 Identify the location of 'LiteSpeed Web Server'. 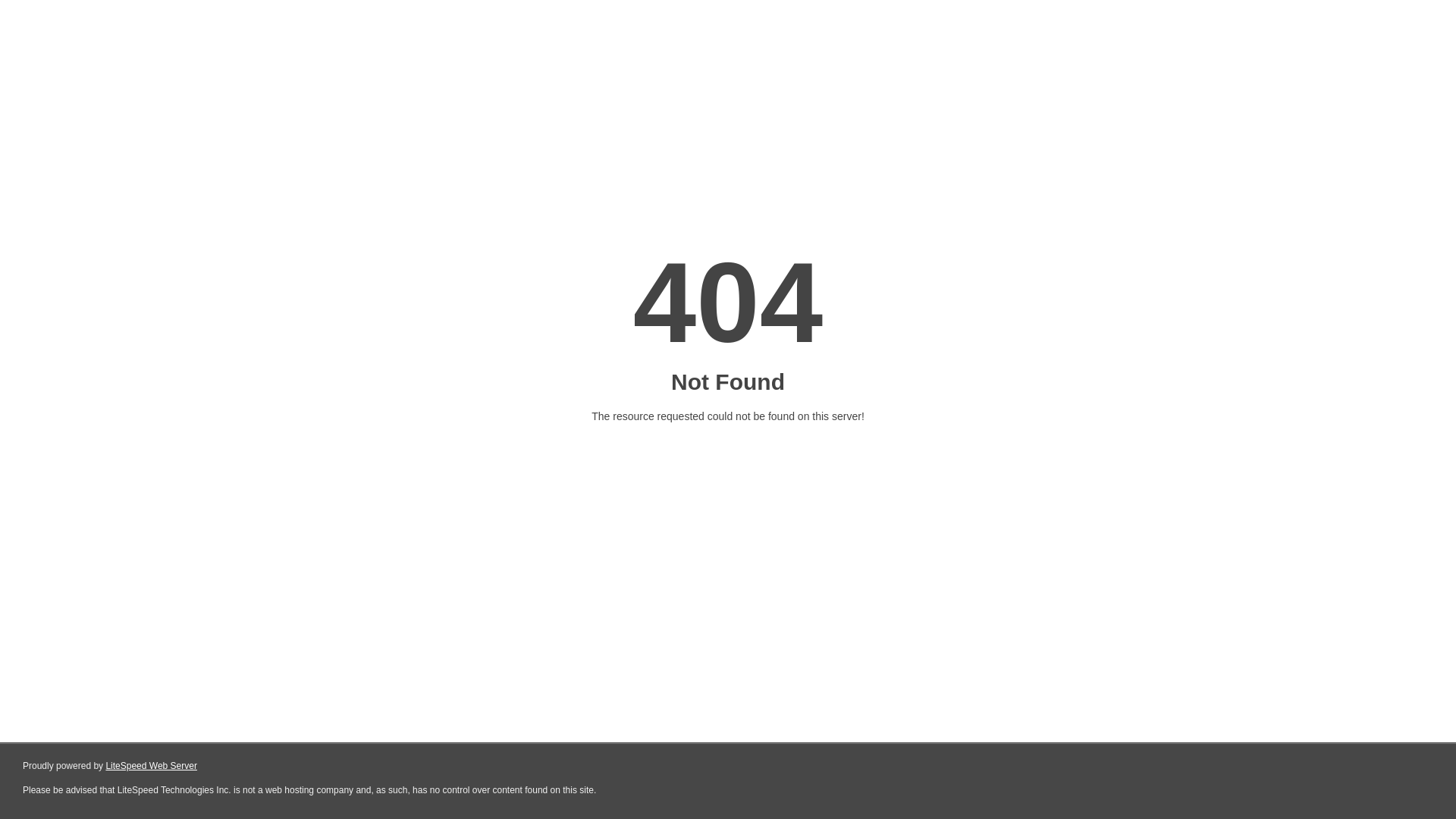
(151, 766).